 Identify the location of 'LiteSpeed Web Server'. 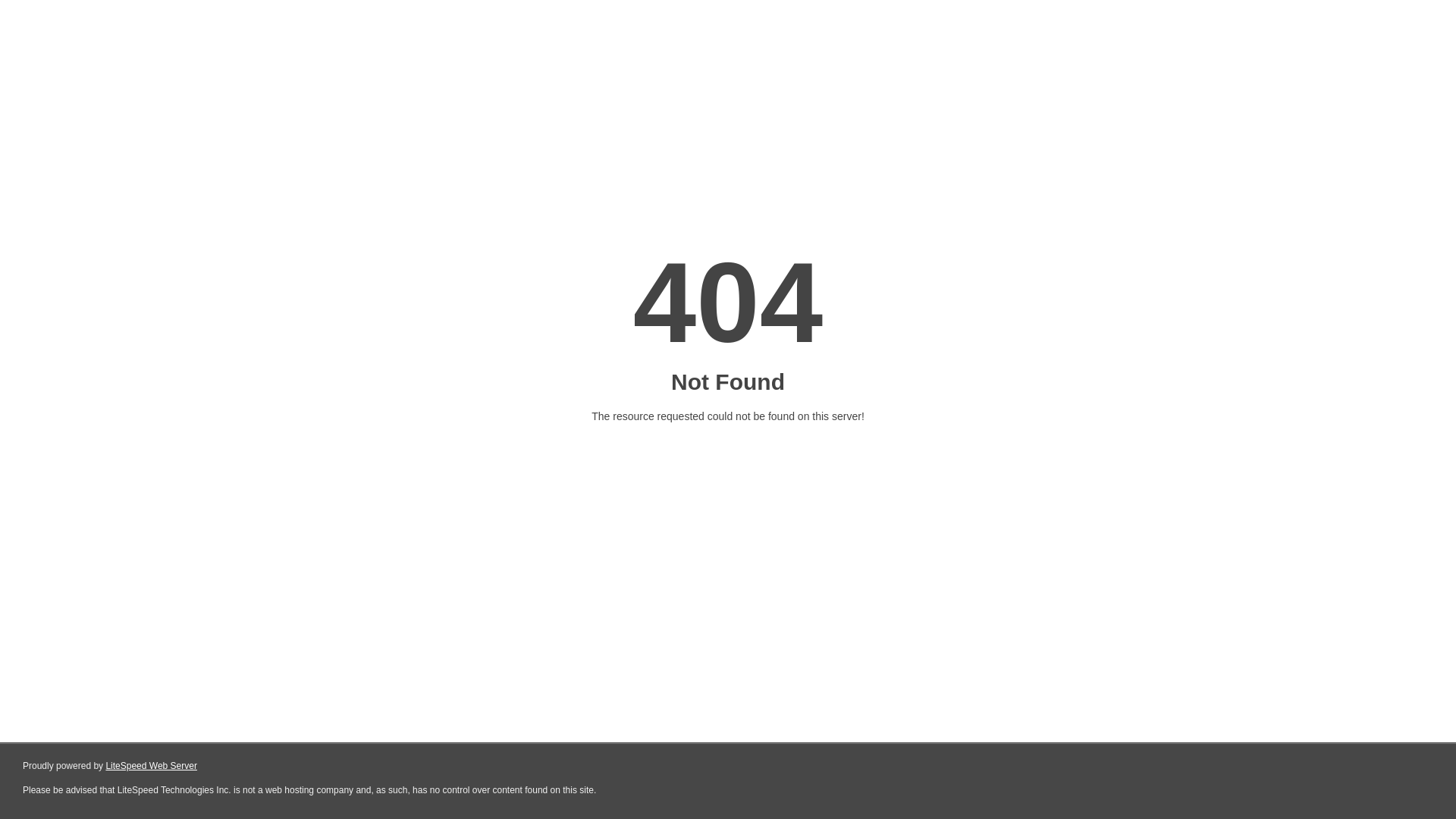
(151, 766).